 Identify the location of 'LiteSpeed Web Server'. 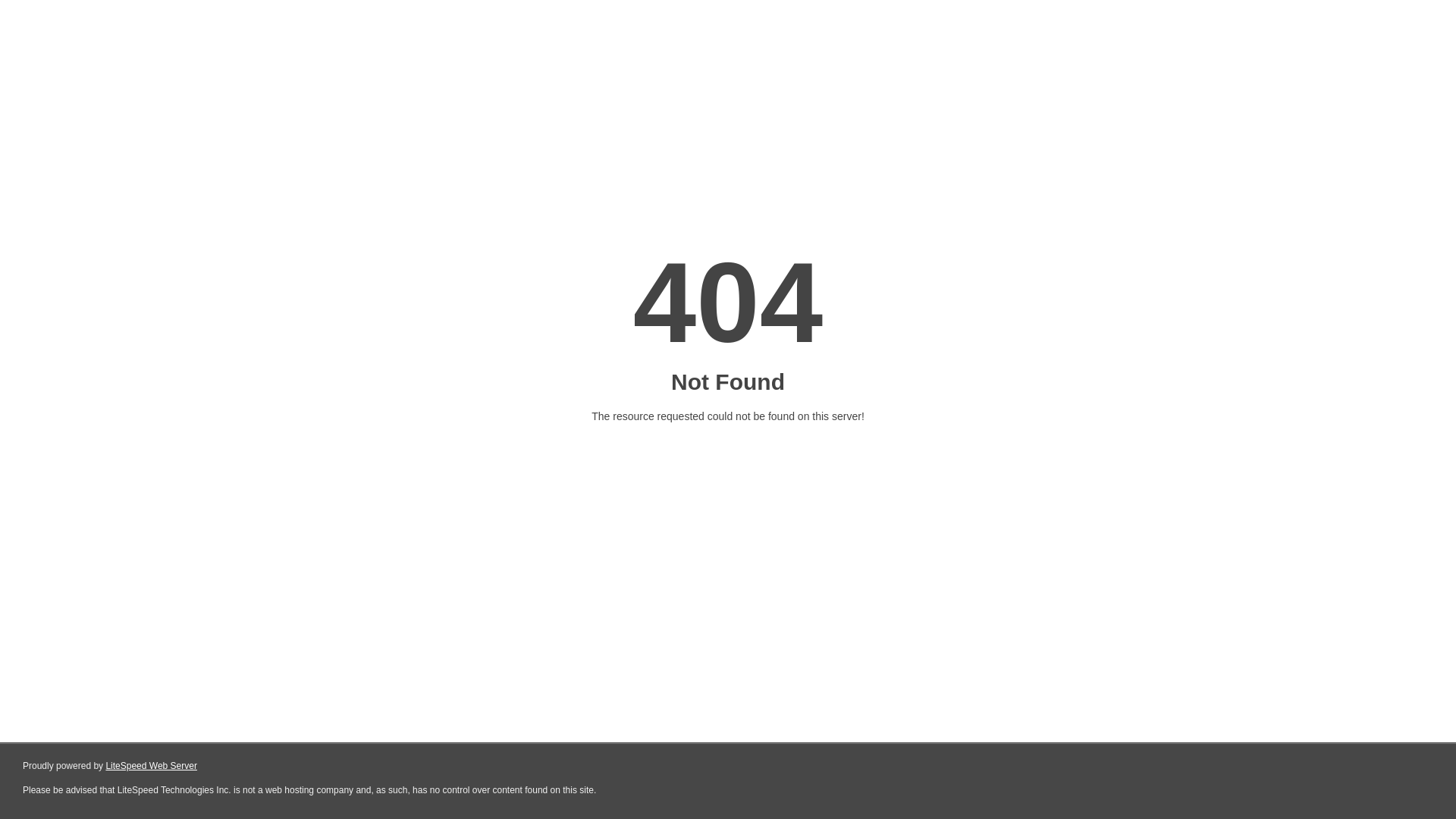
(151, 766).